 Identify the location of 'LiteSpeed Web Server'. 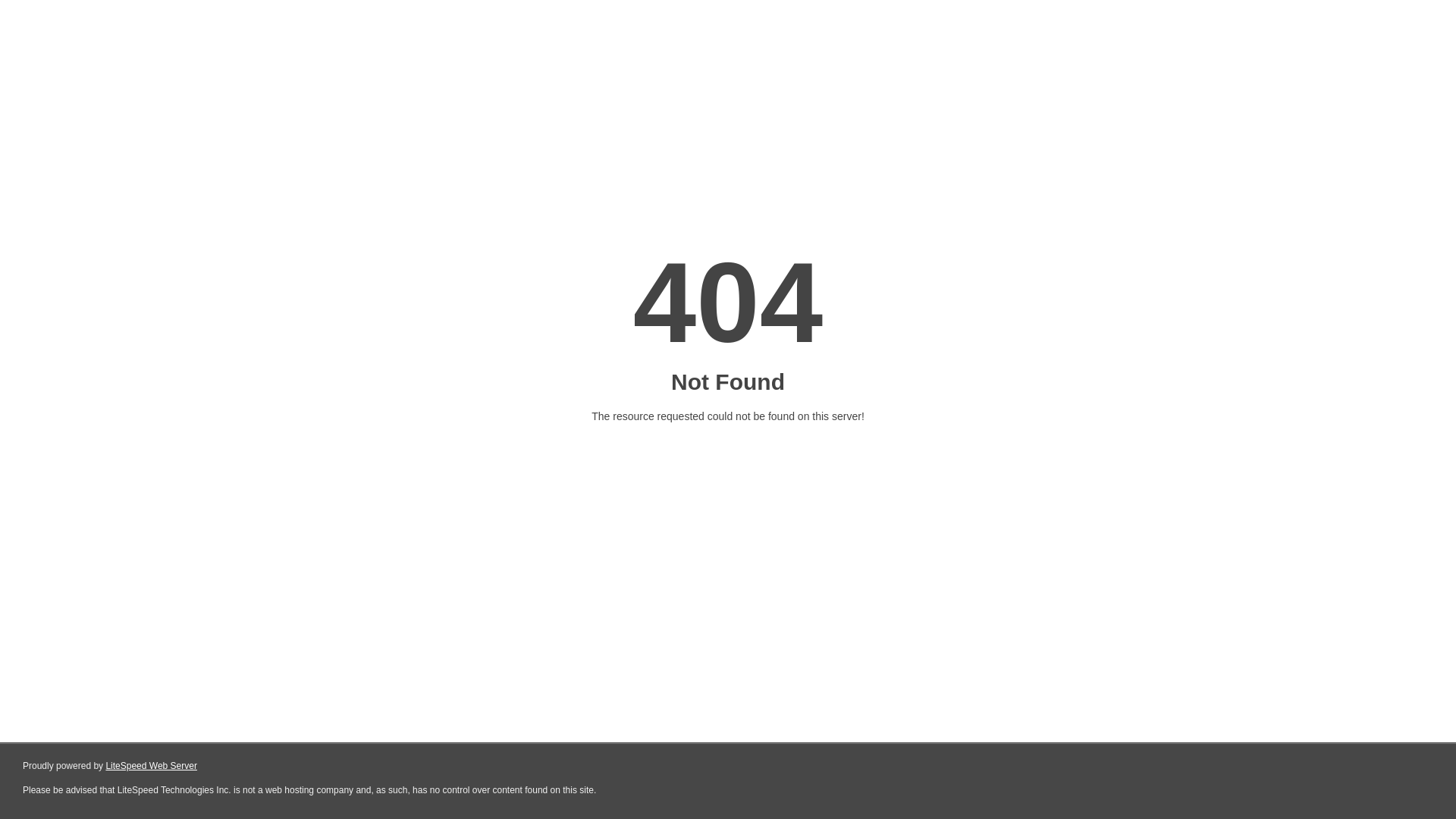
(151, 766).